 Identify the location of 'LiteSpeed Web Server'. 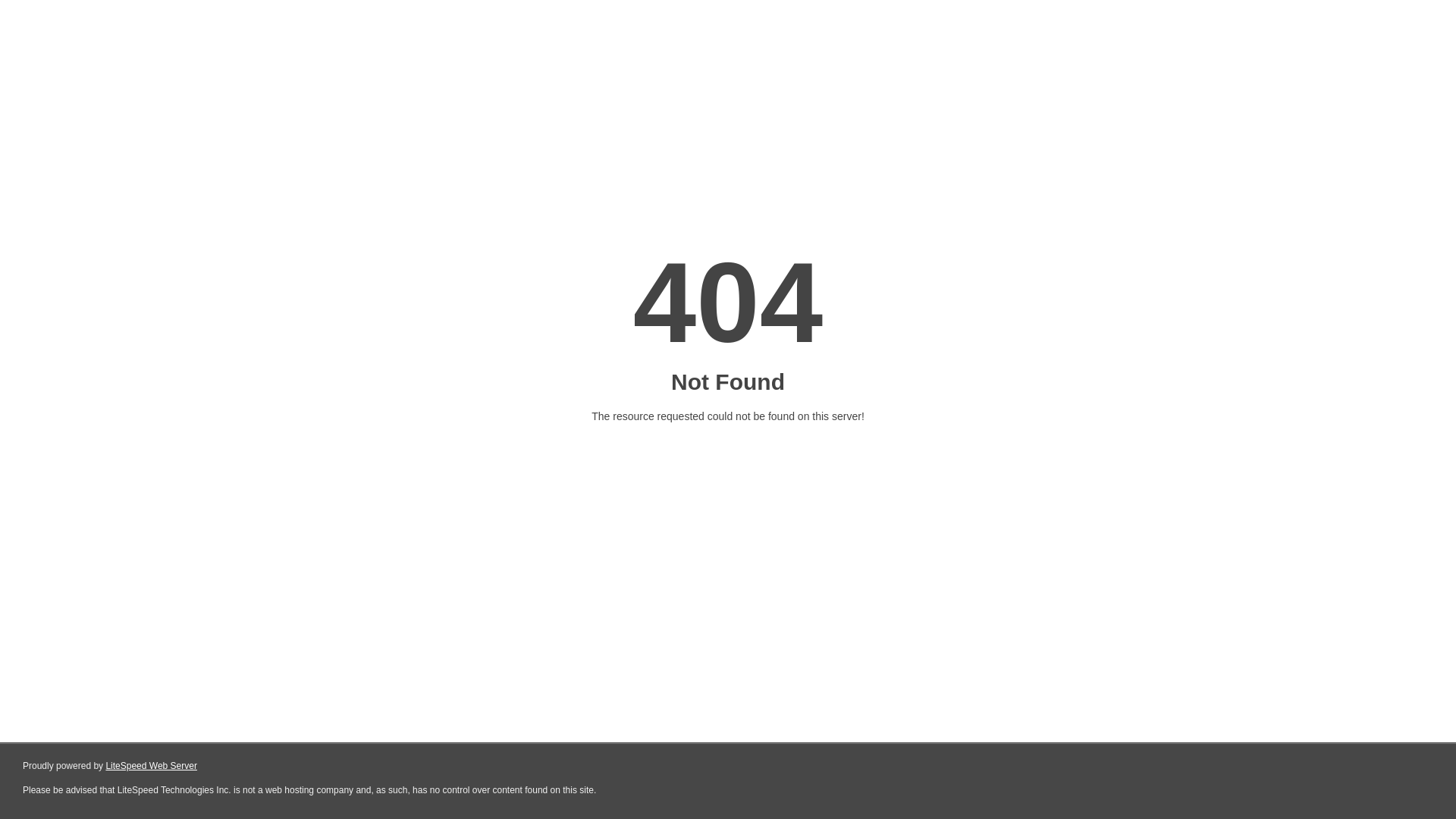
(151, 766).